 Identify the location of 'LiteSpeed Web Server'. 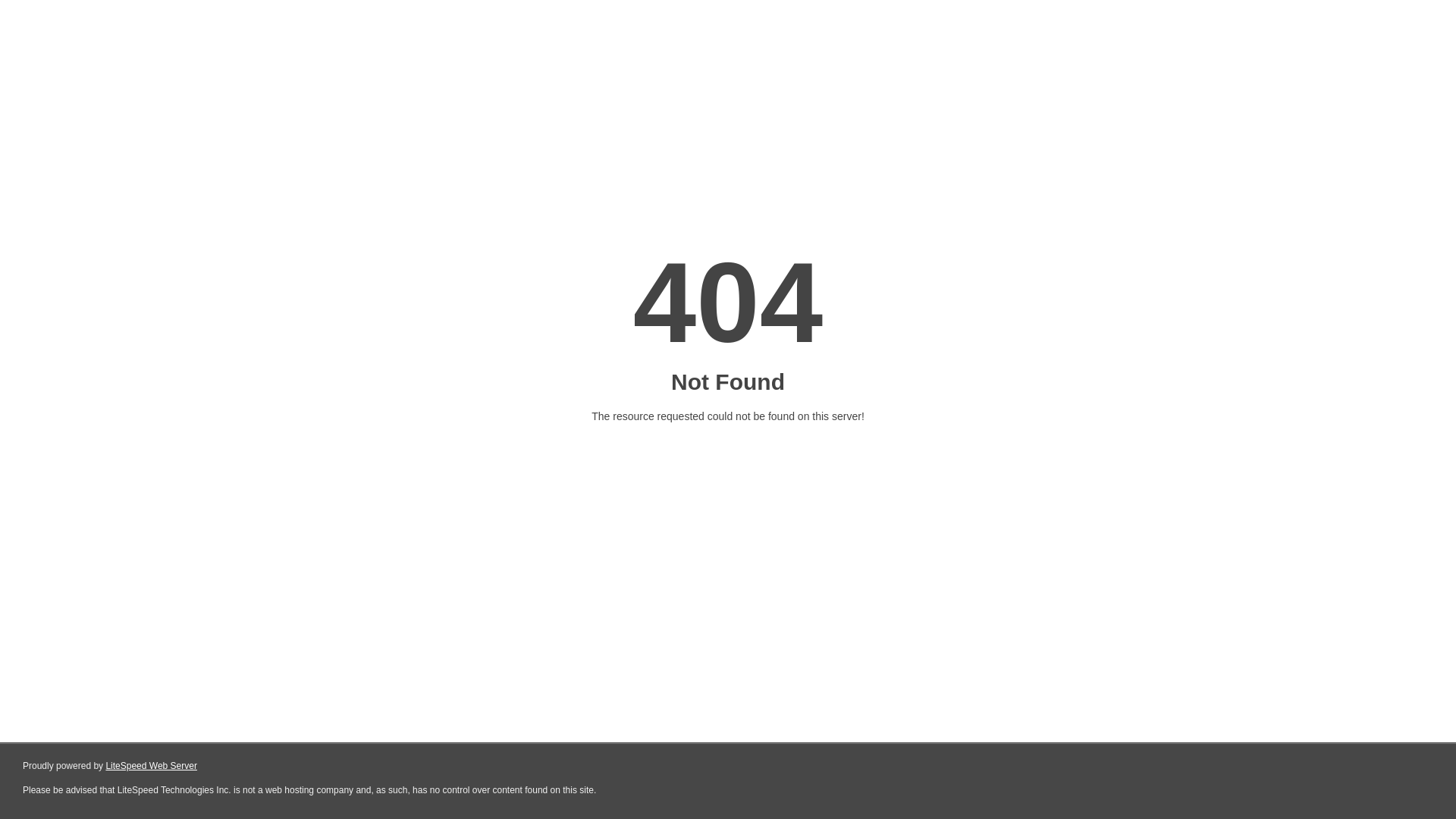
(151, 766).